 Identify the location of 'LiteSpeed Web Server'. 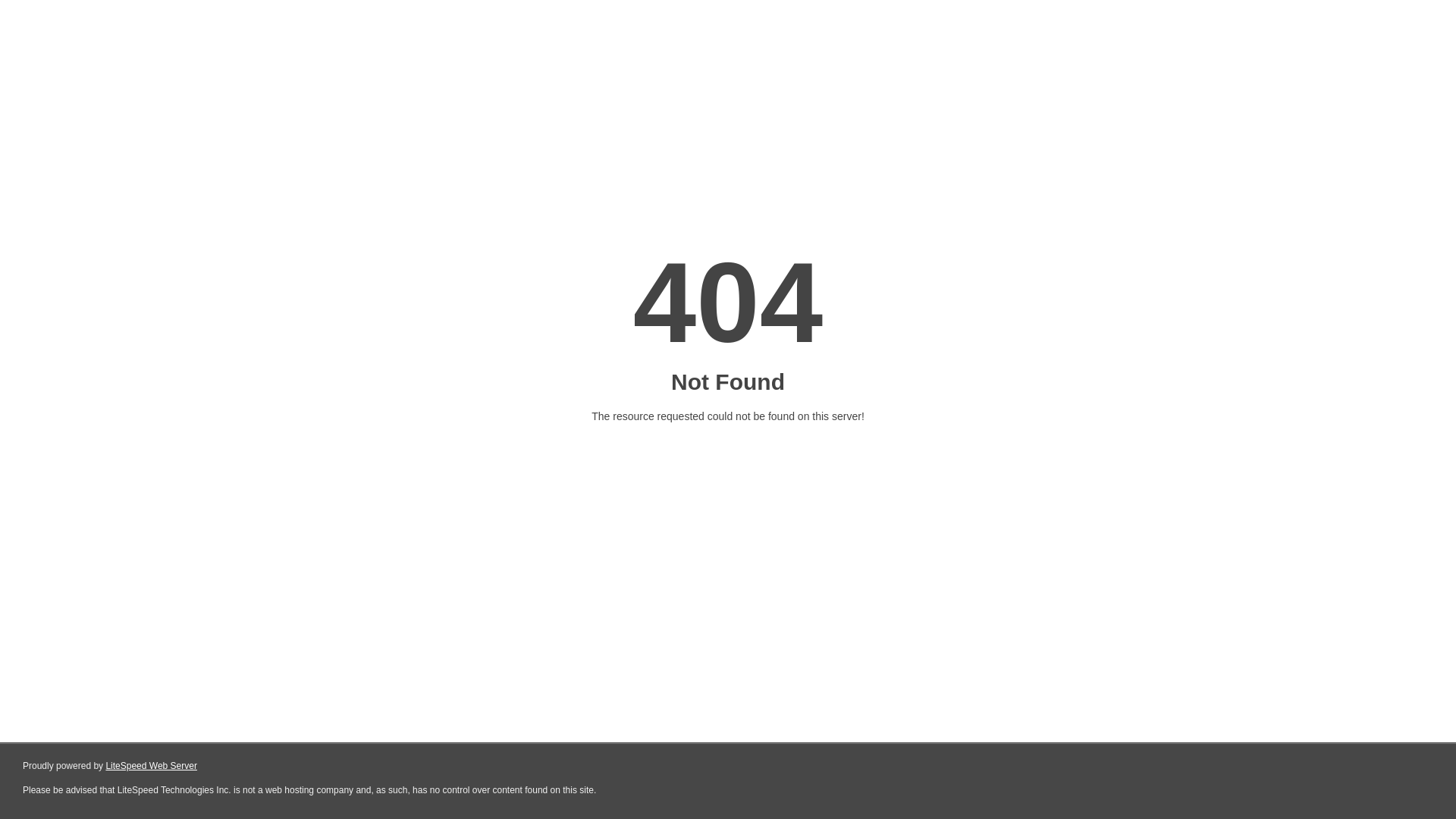
(151, 766).